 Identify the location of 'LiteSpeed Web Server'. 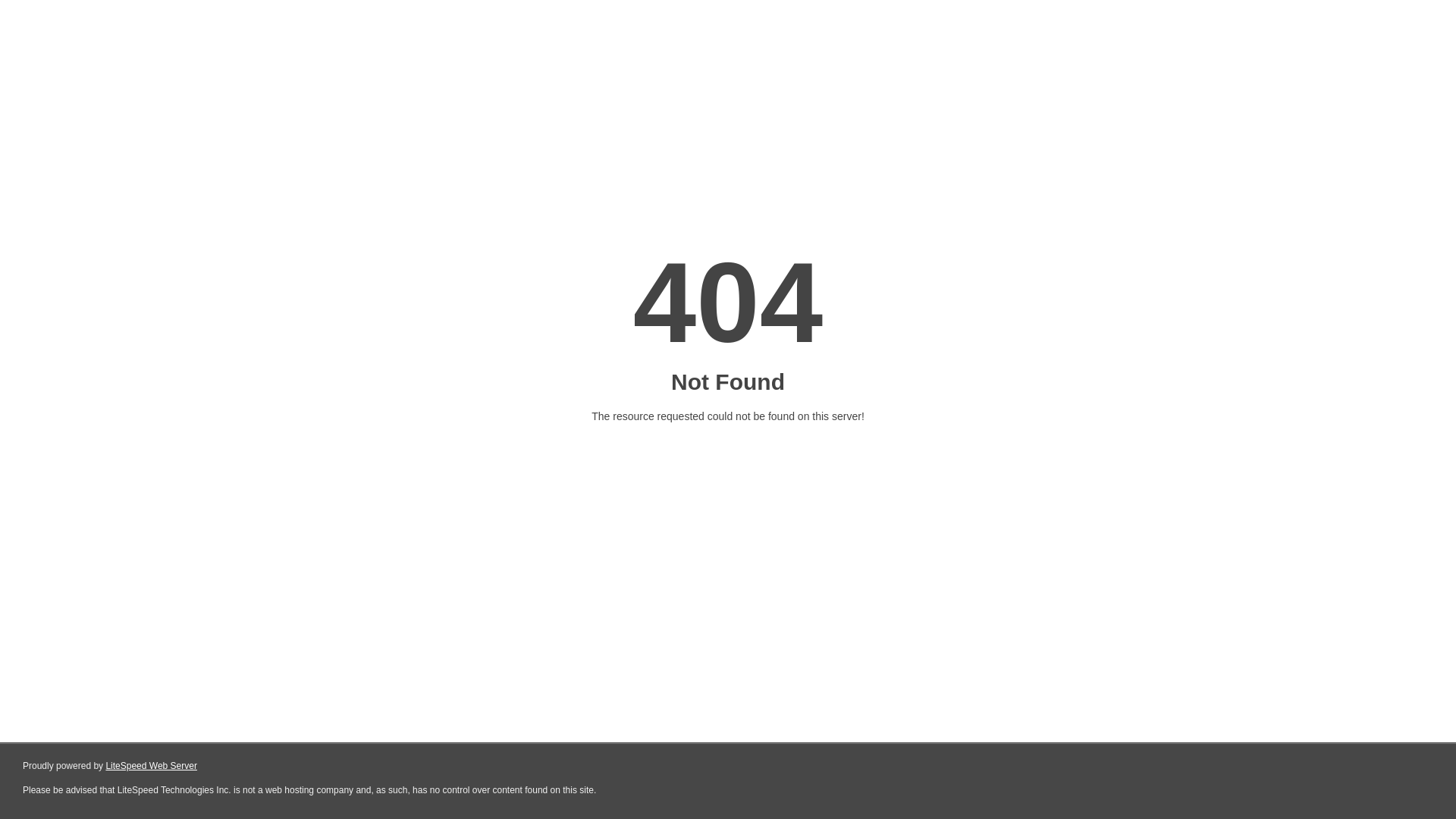
(151, 766).